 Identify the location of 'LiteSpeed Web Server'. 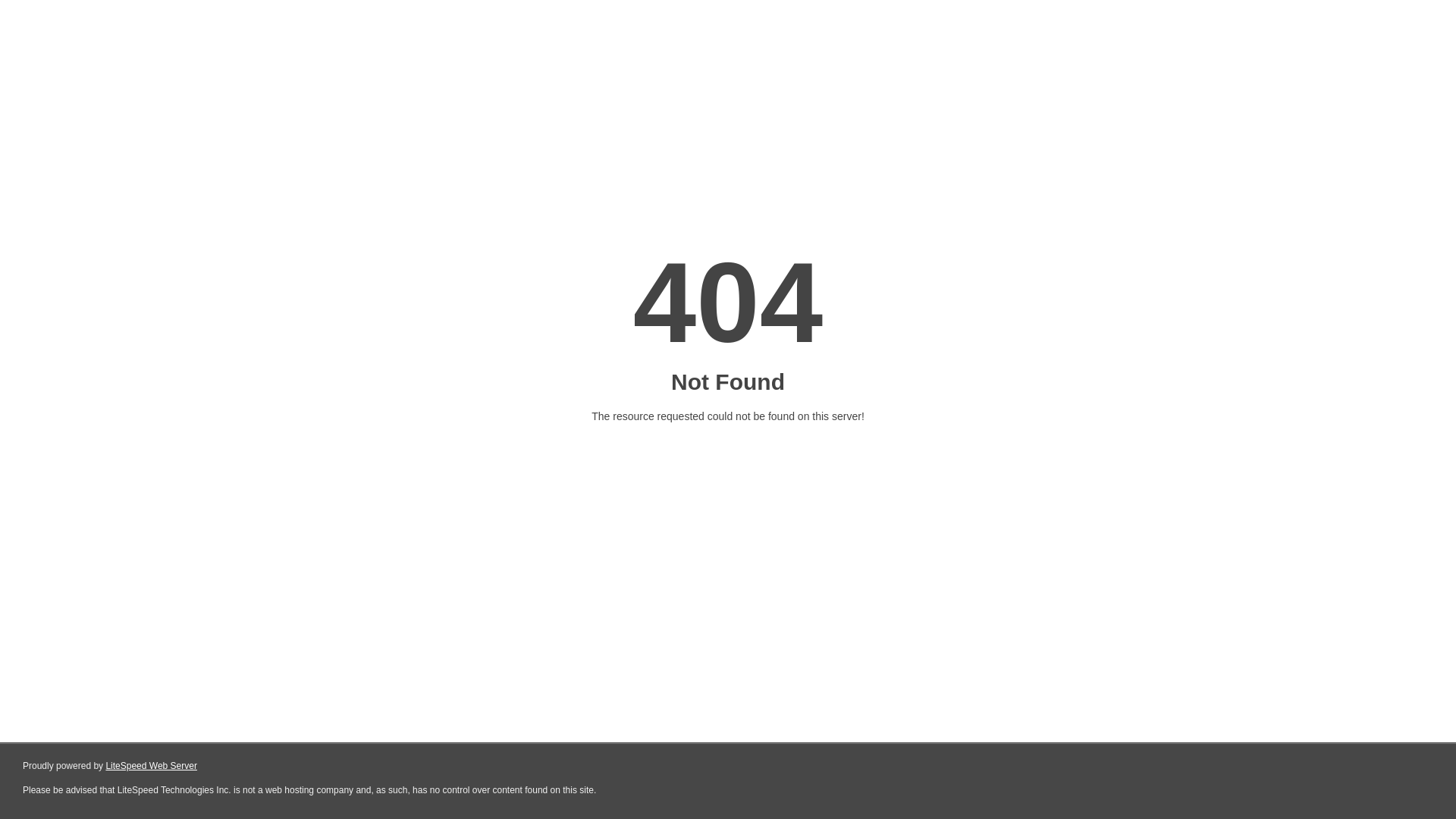
(151, 766).